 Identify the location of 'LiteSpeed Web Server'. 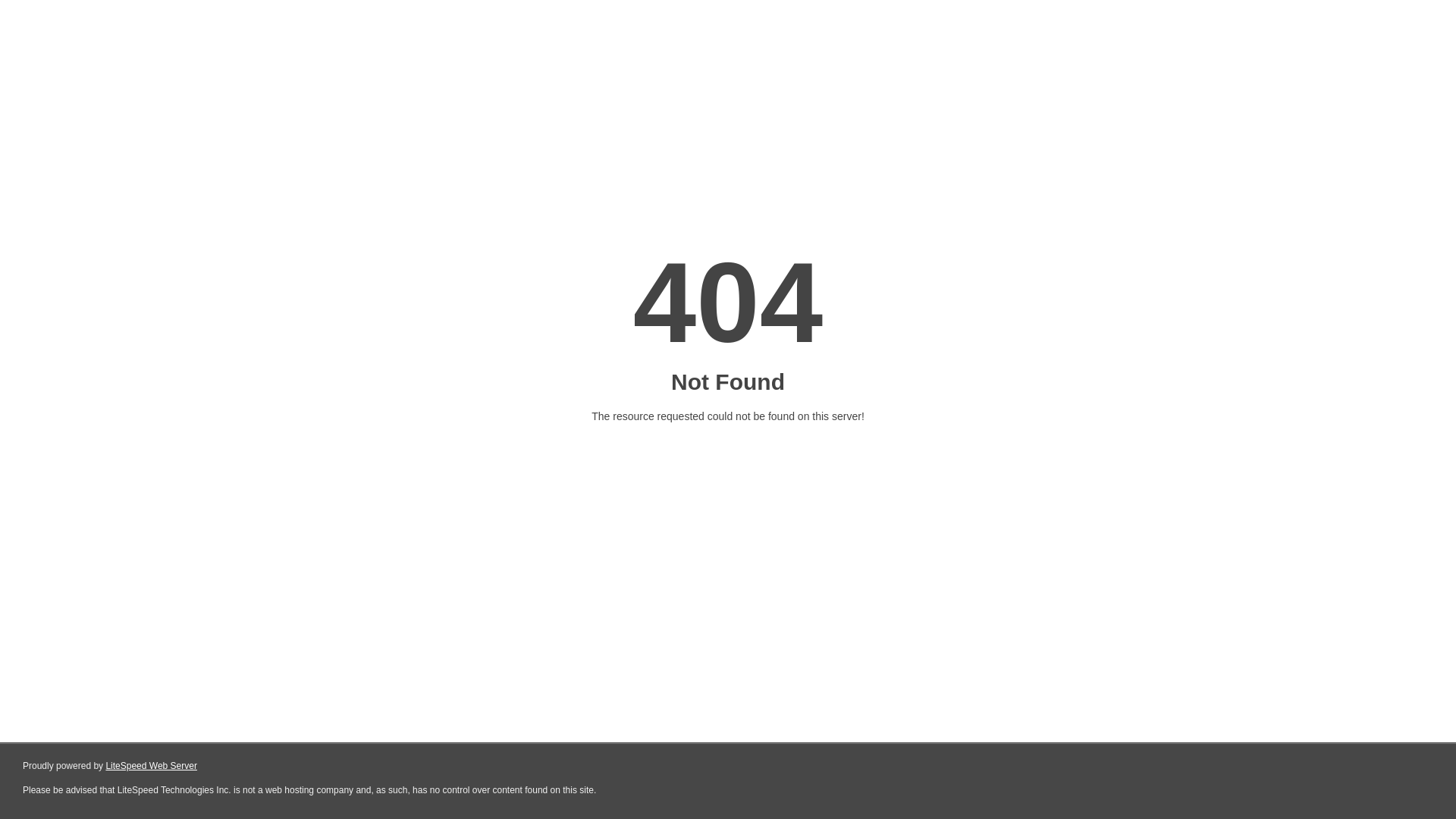
(151, 766).